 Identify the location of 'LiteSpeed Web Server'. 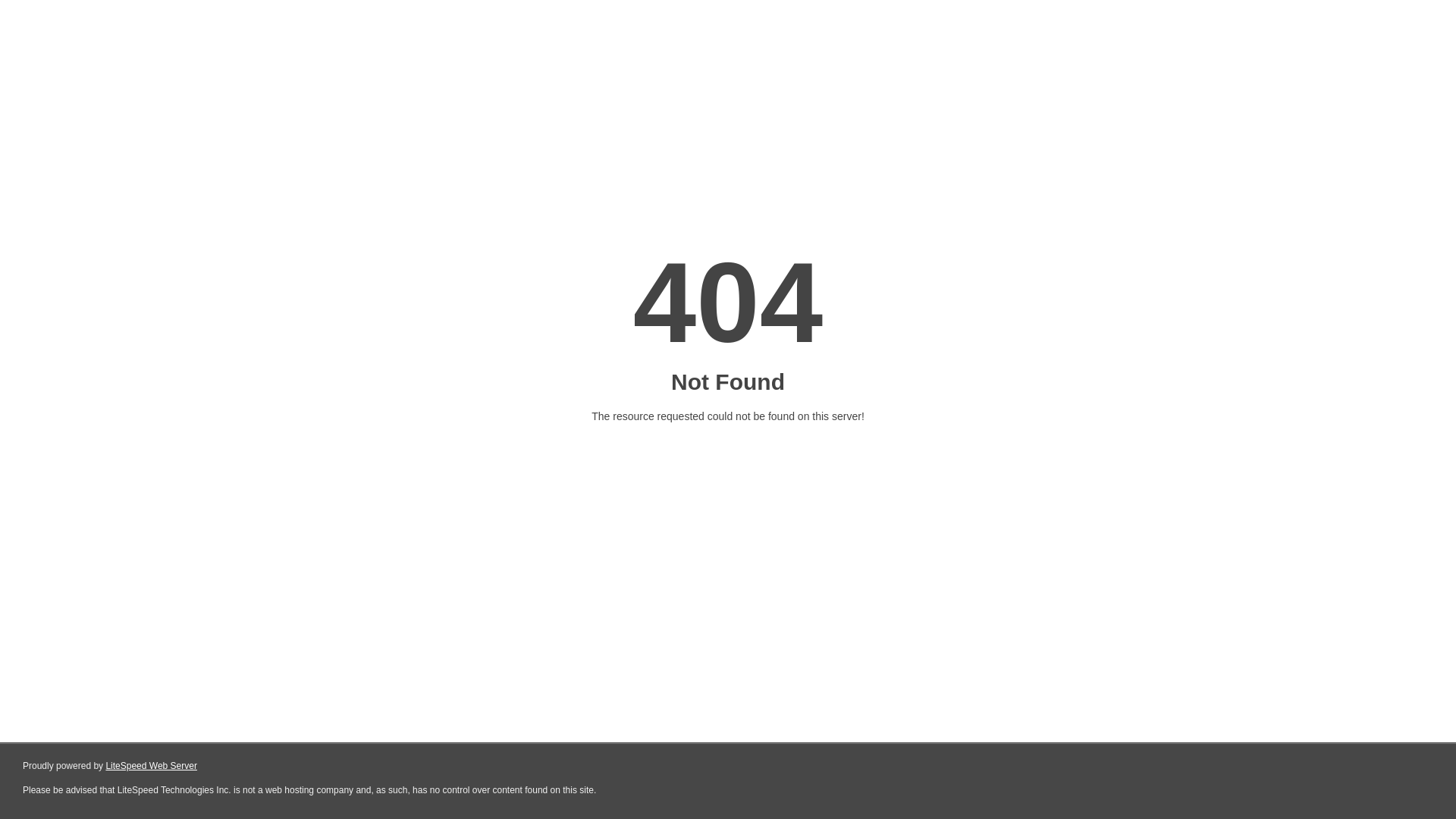
(151, 766).